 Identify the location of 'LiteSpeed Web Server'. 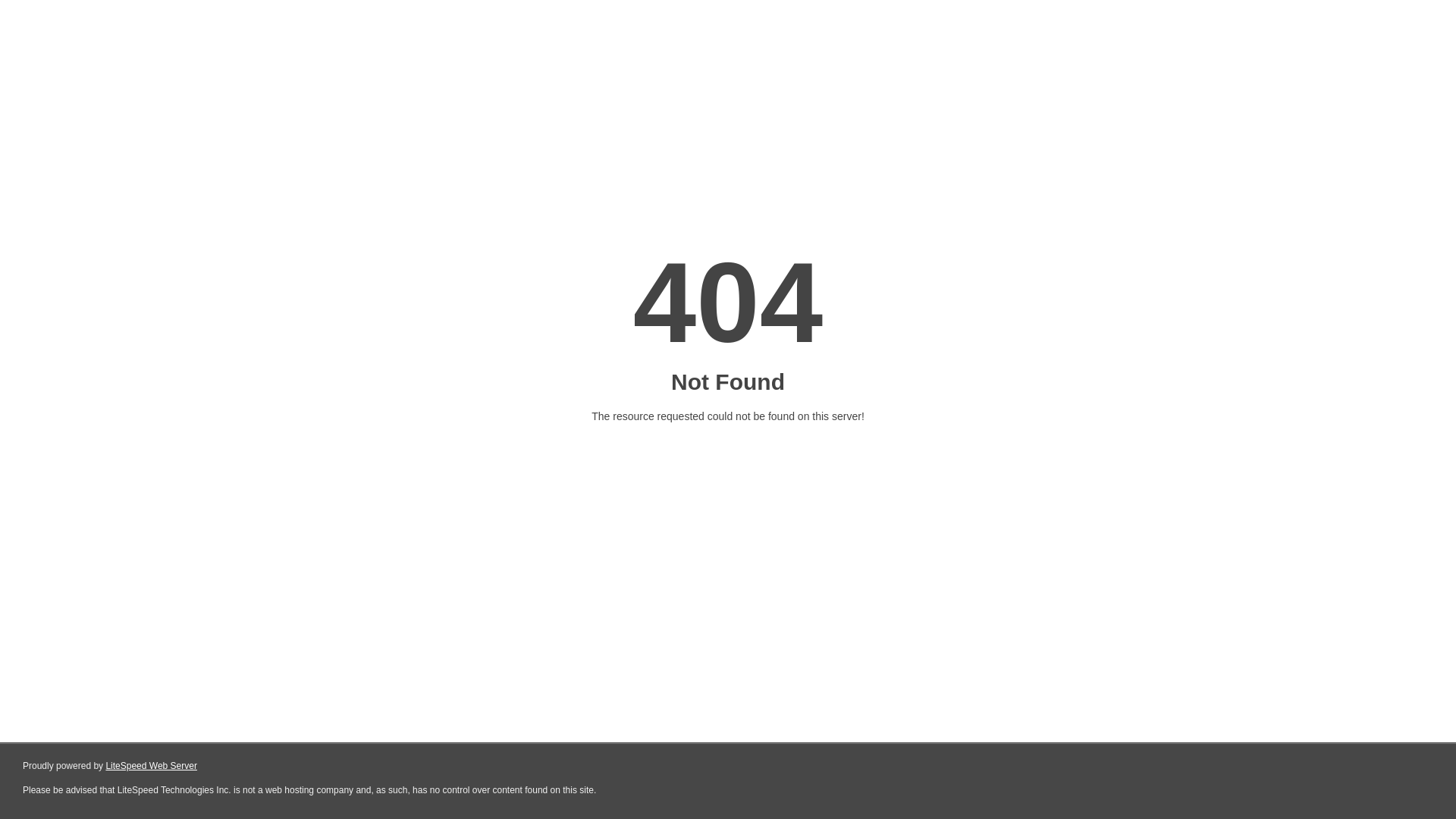
(151, 766).